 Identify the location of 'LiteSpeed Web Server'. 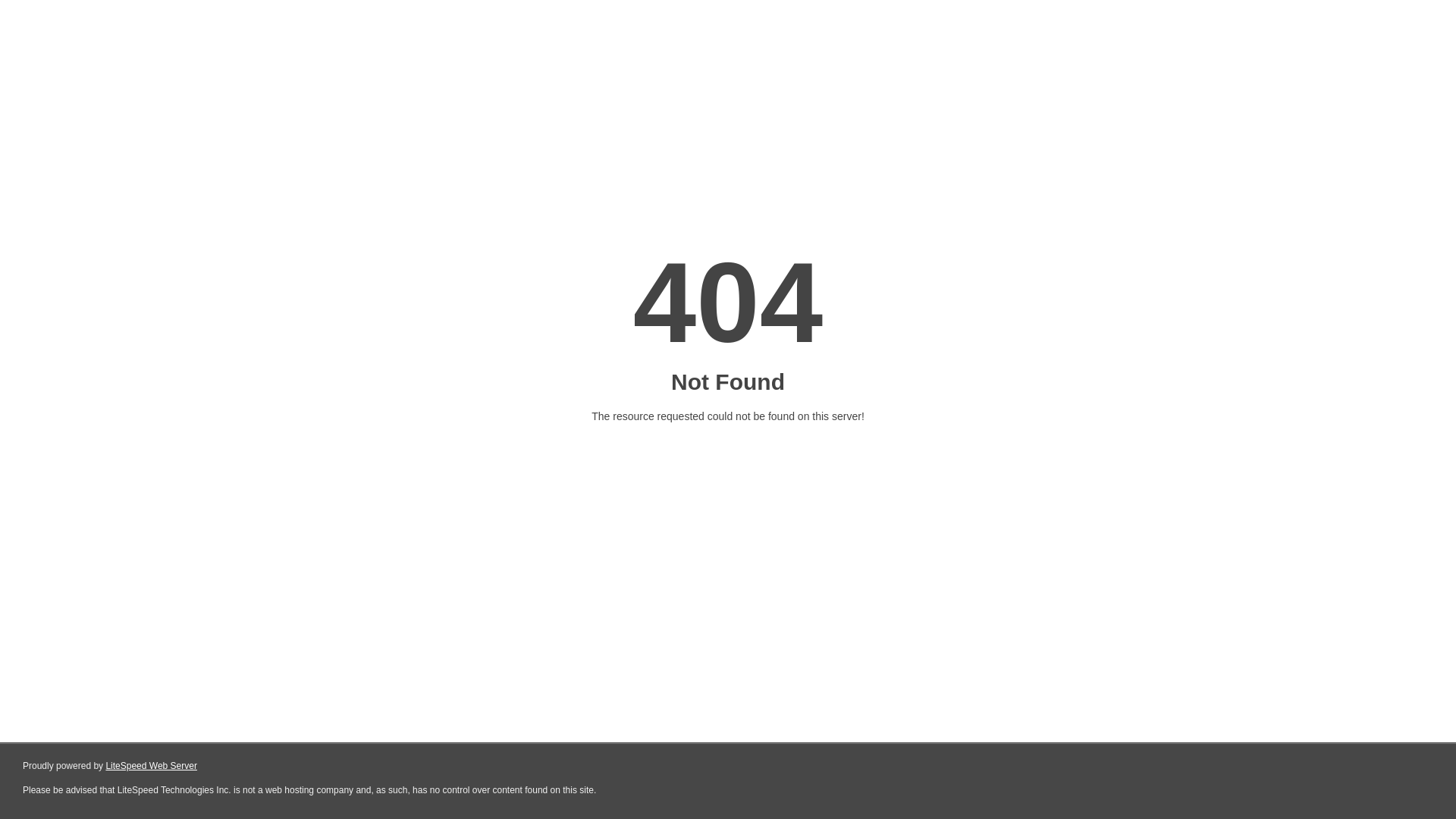
(151, 766).